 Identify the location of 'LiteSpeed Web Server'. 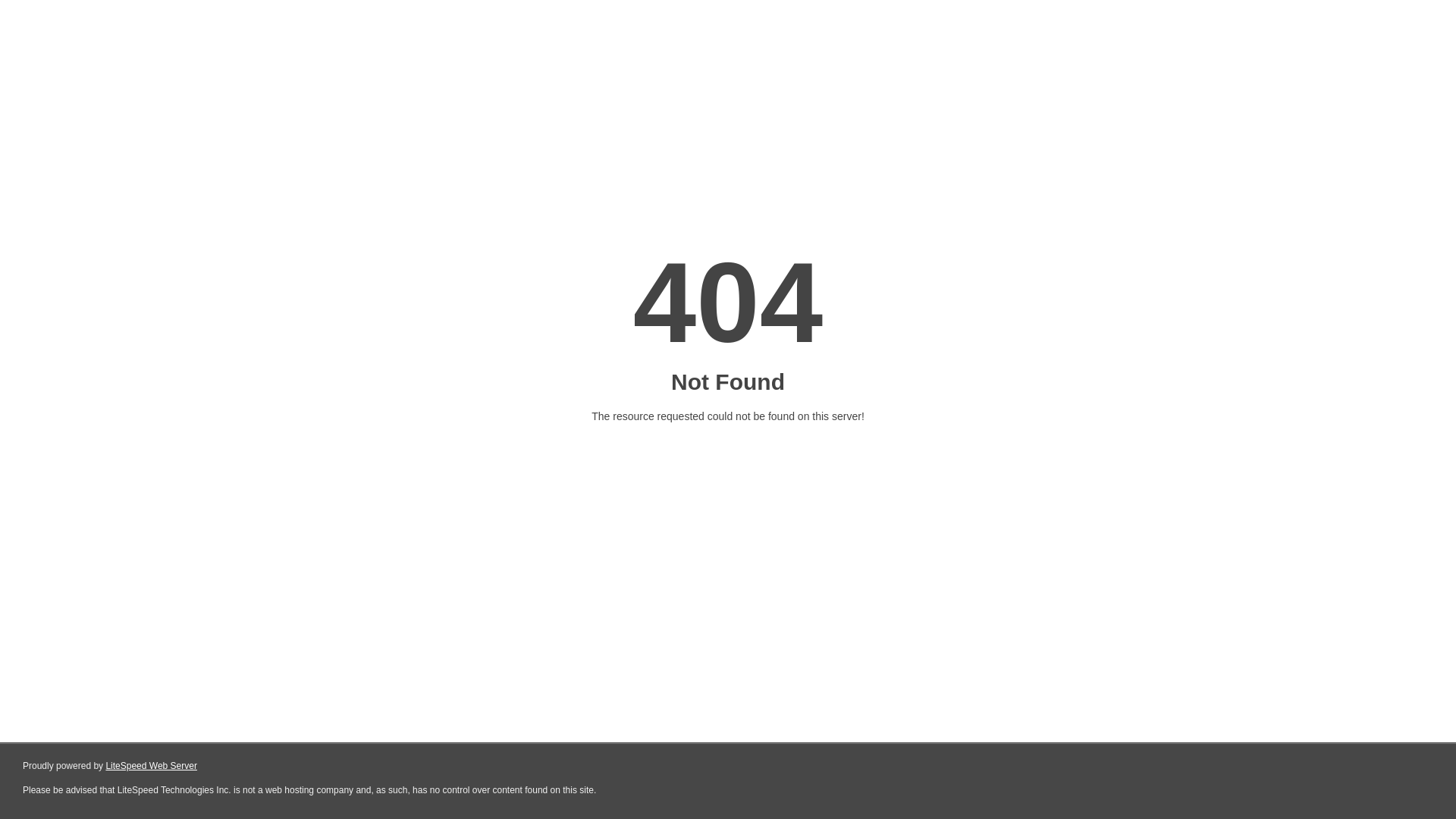
(151, 766).